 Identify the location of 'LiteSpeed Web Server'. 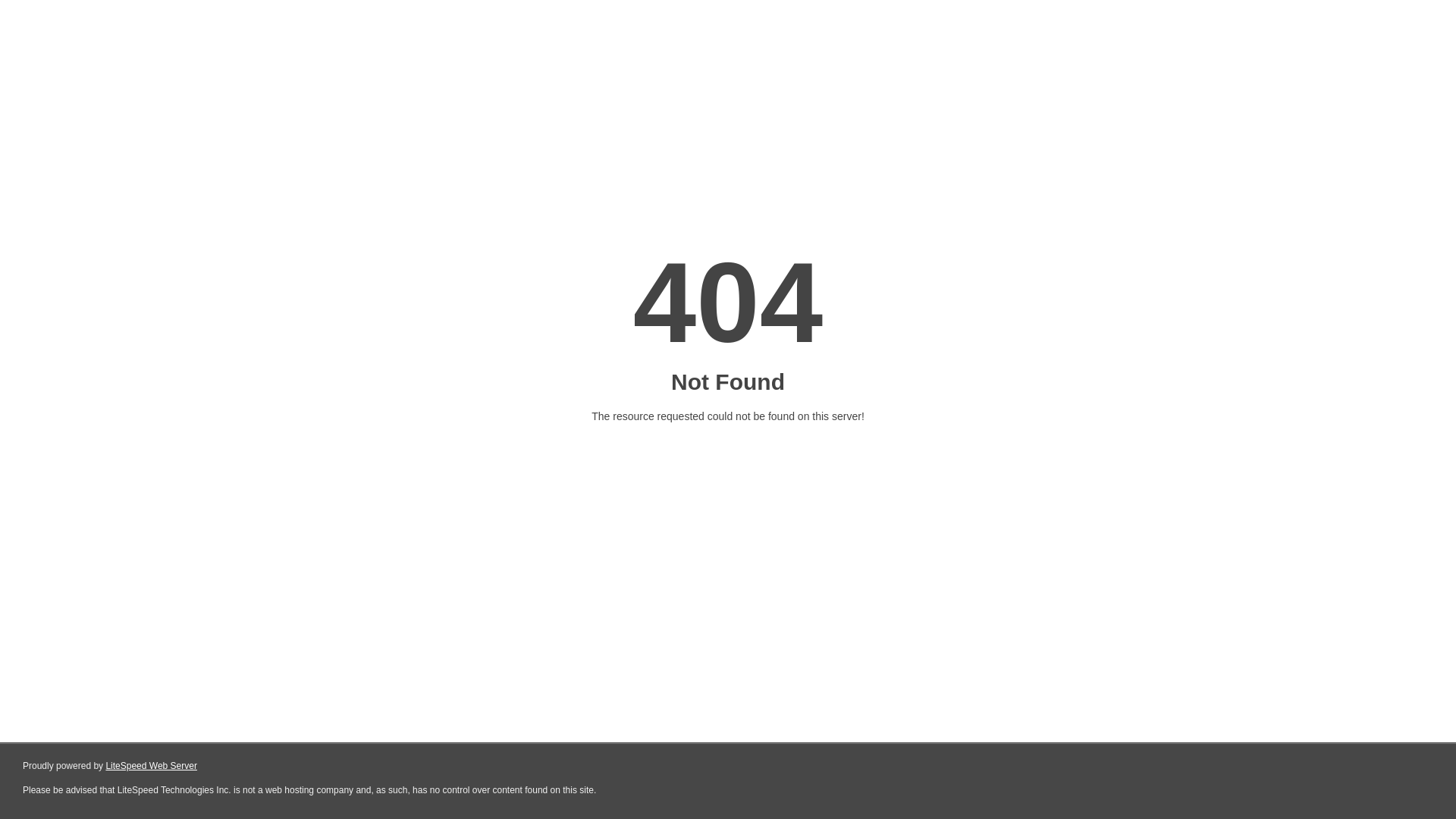
(151, 766).